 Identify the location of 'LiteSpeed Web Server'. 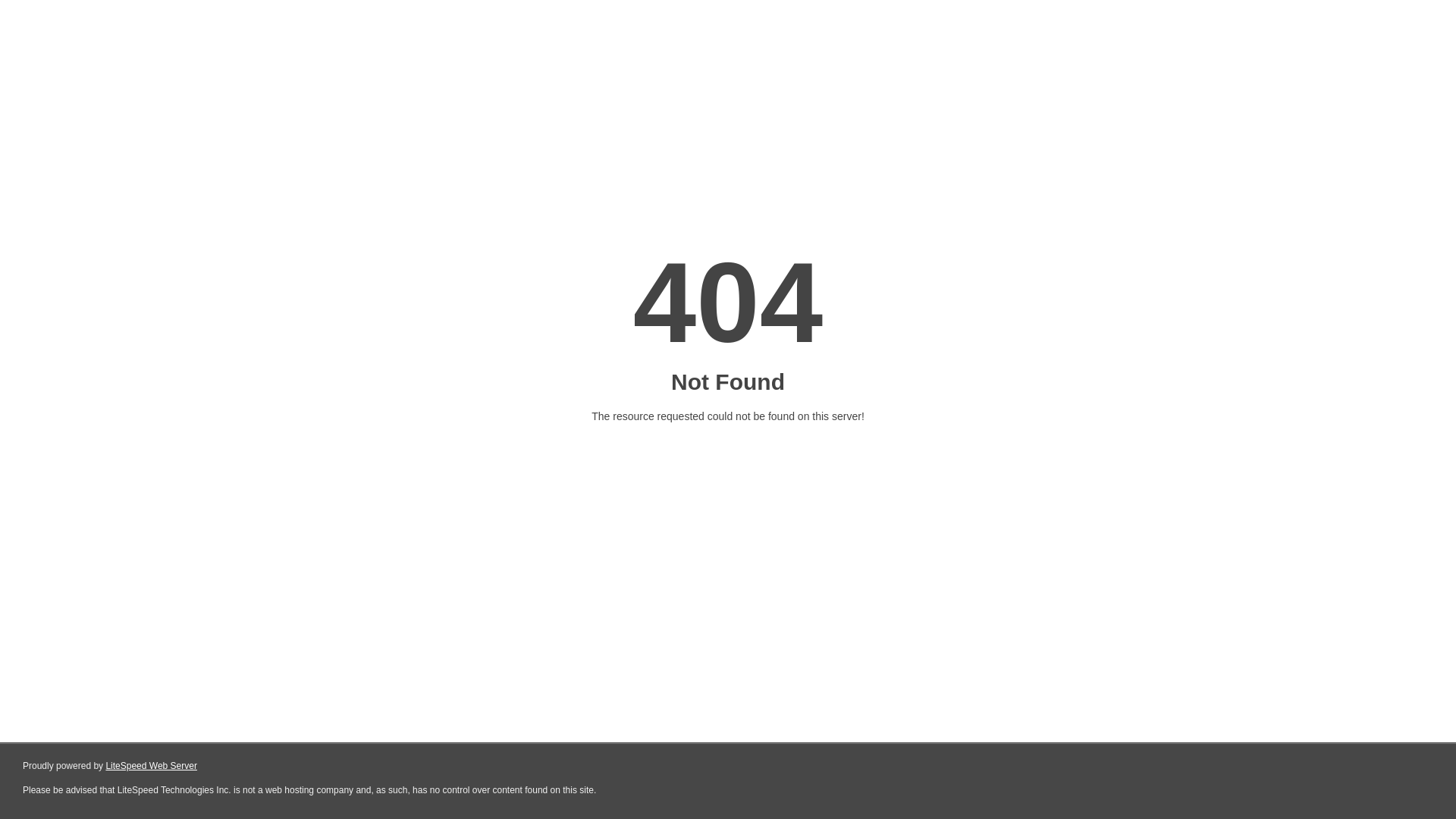
(151, 766).